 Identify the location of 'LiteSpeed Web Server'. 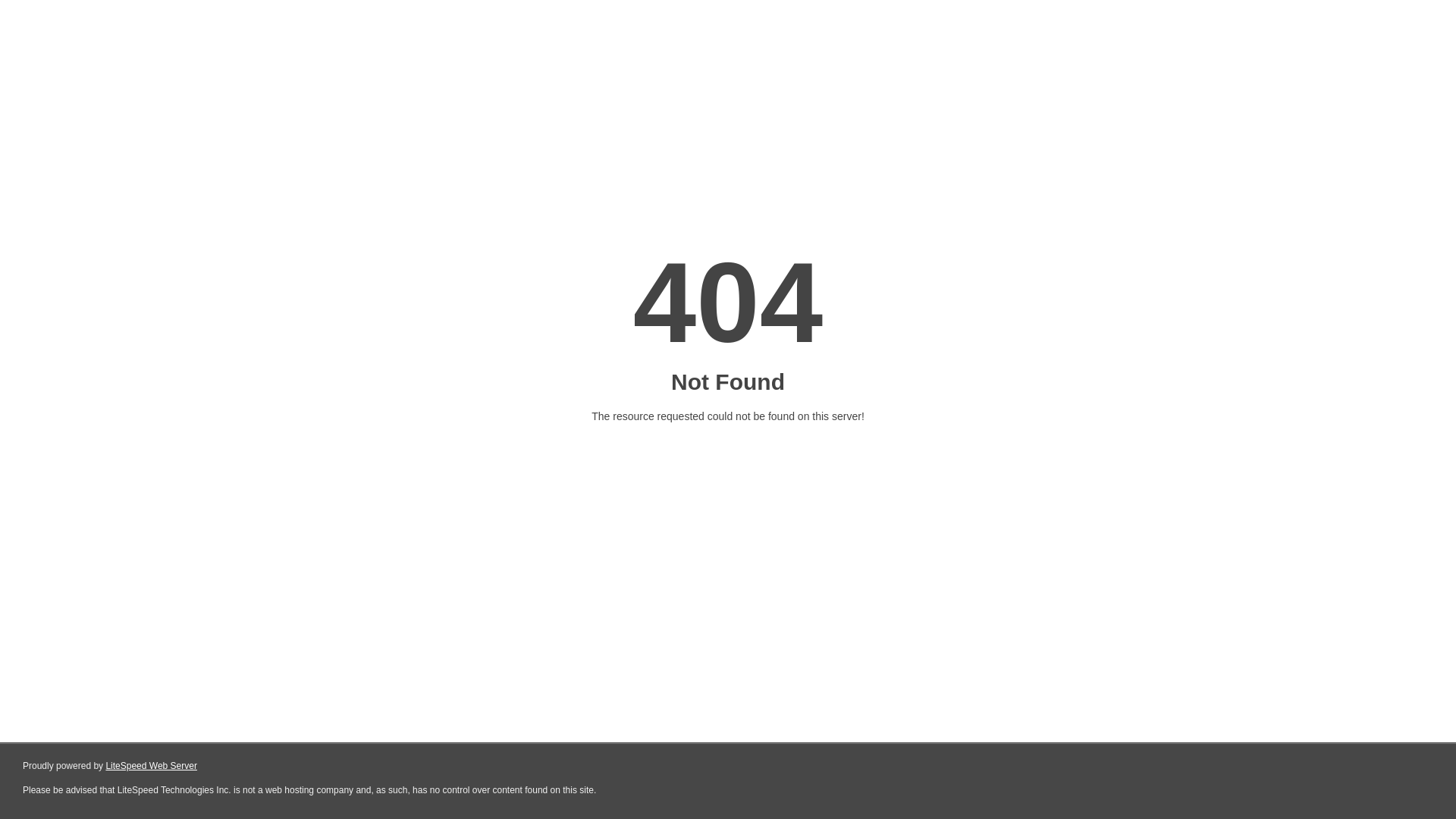
(151, 766).